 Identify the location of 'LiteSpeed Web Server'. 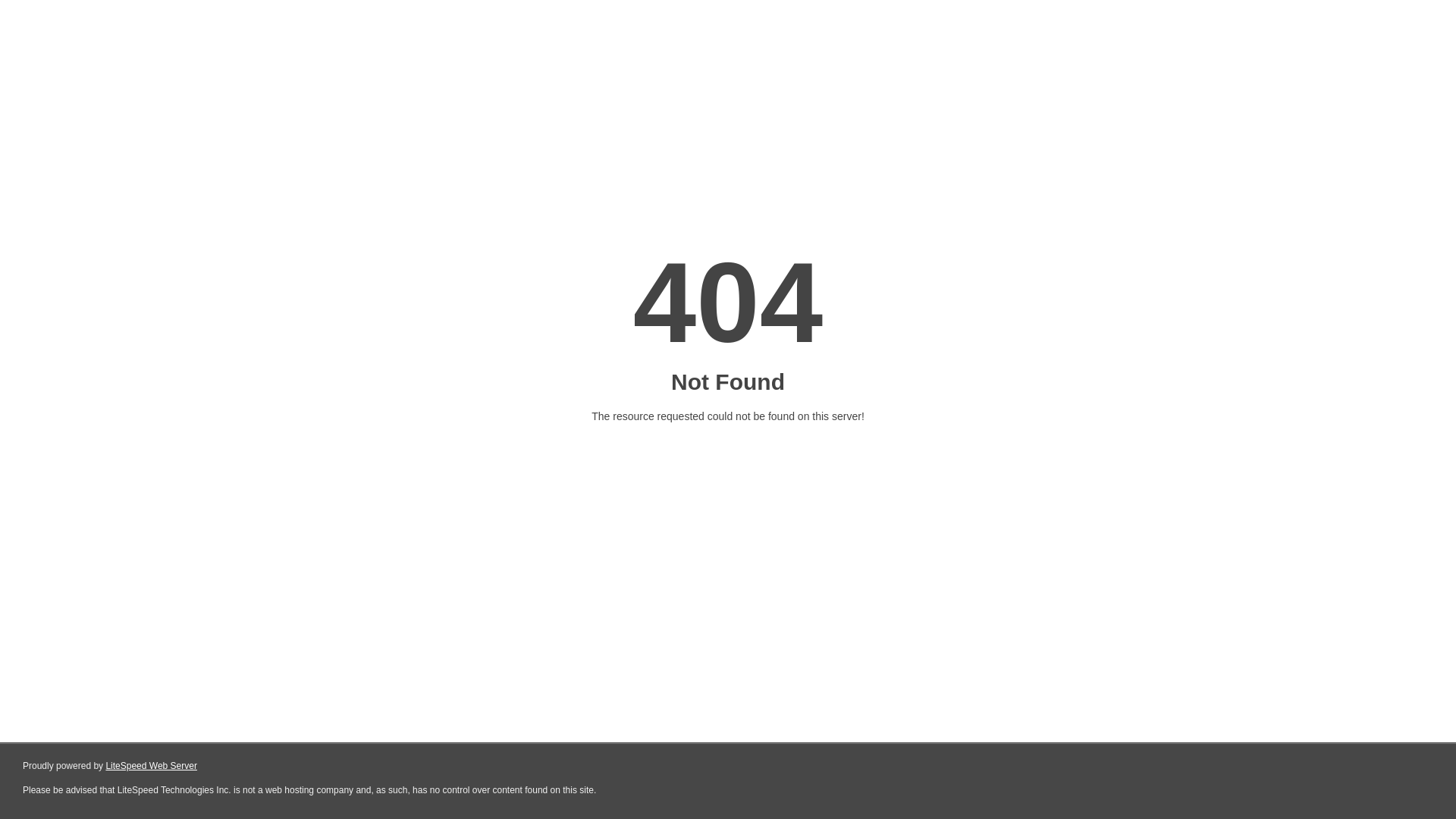
(151, 766).